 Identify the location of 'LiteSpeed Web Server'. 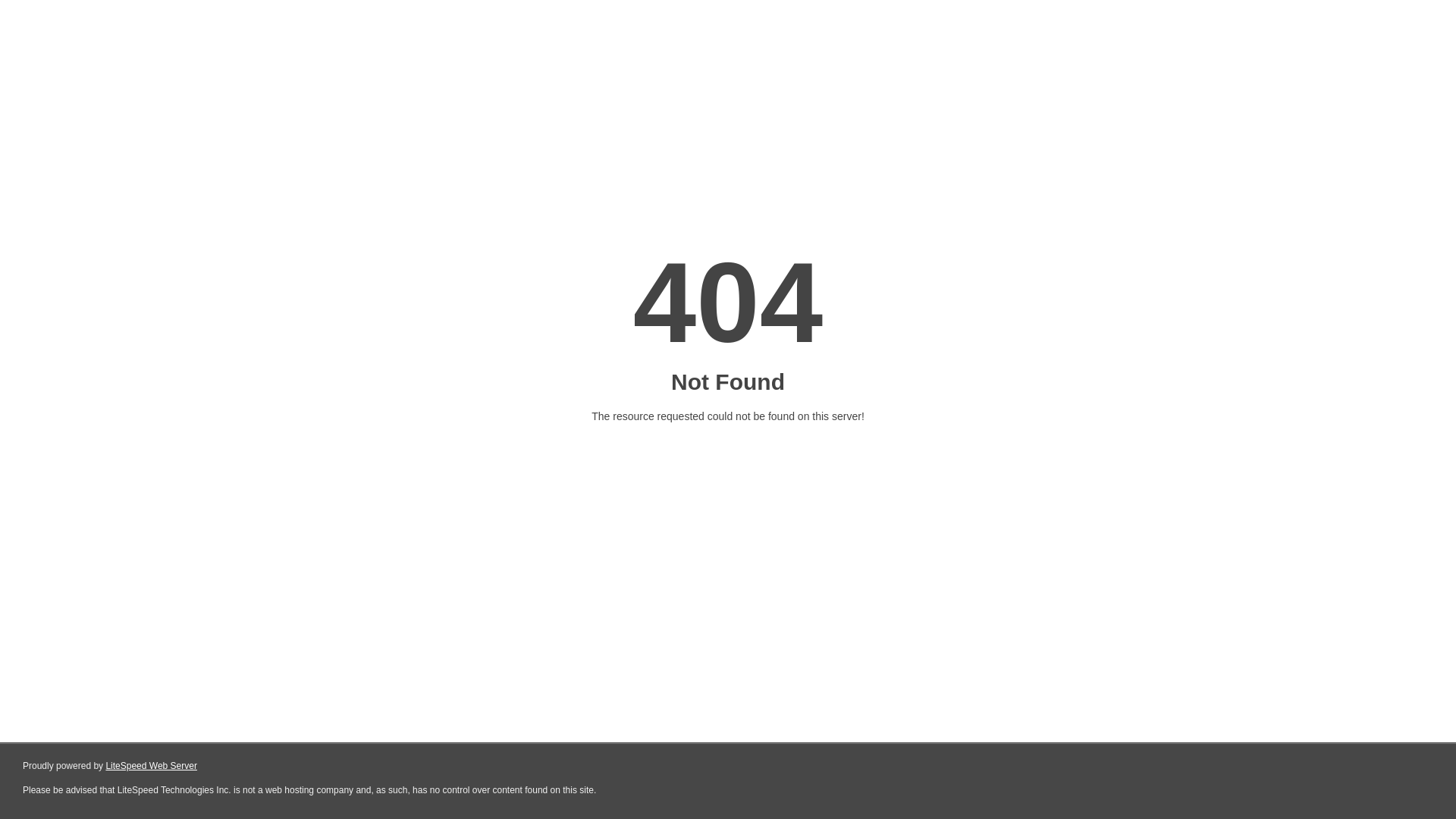
(151, 766).